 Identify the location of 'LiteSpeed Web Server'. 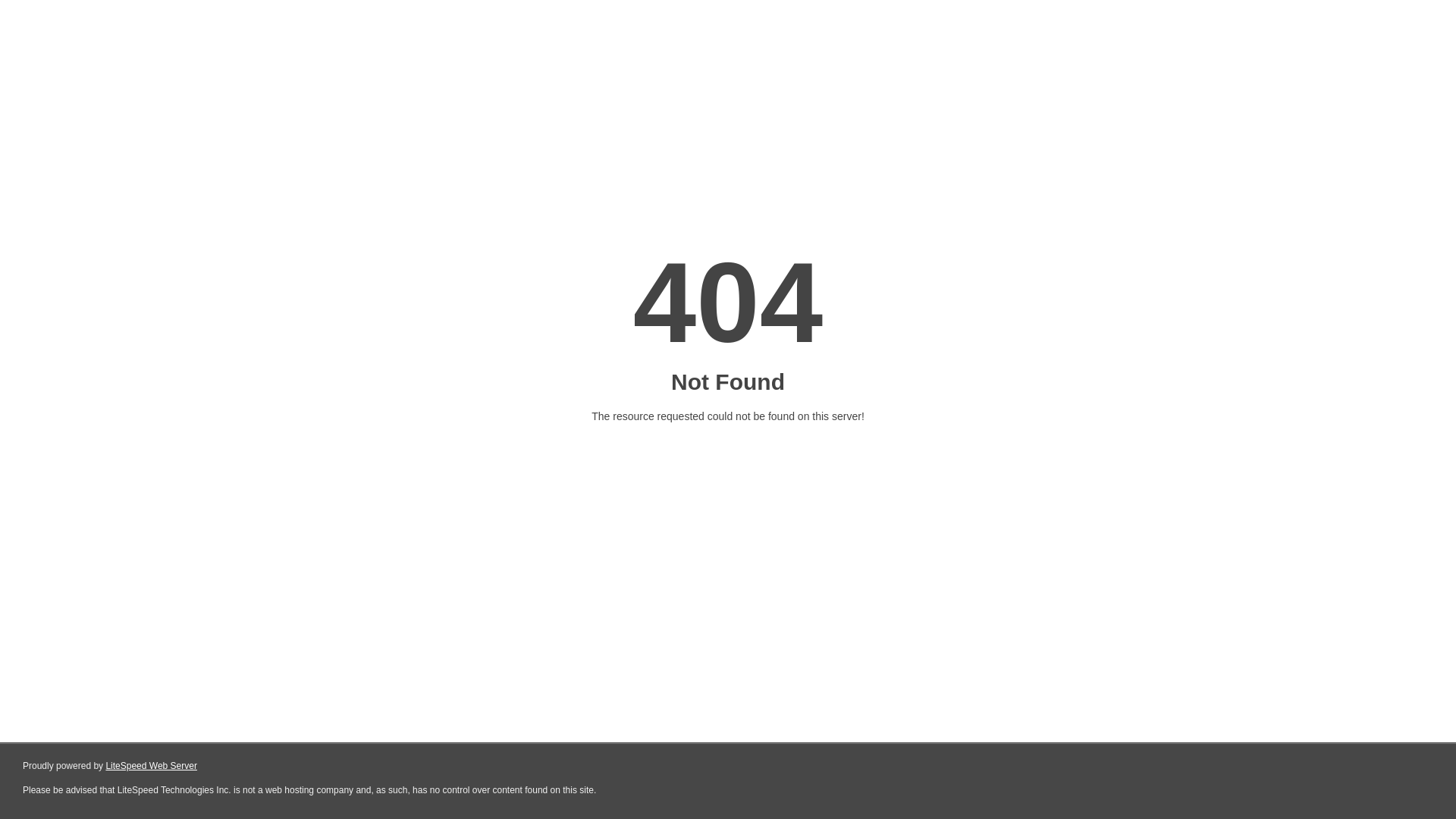
(151, 766).